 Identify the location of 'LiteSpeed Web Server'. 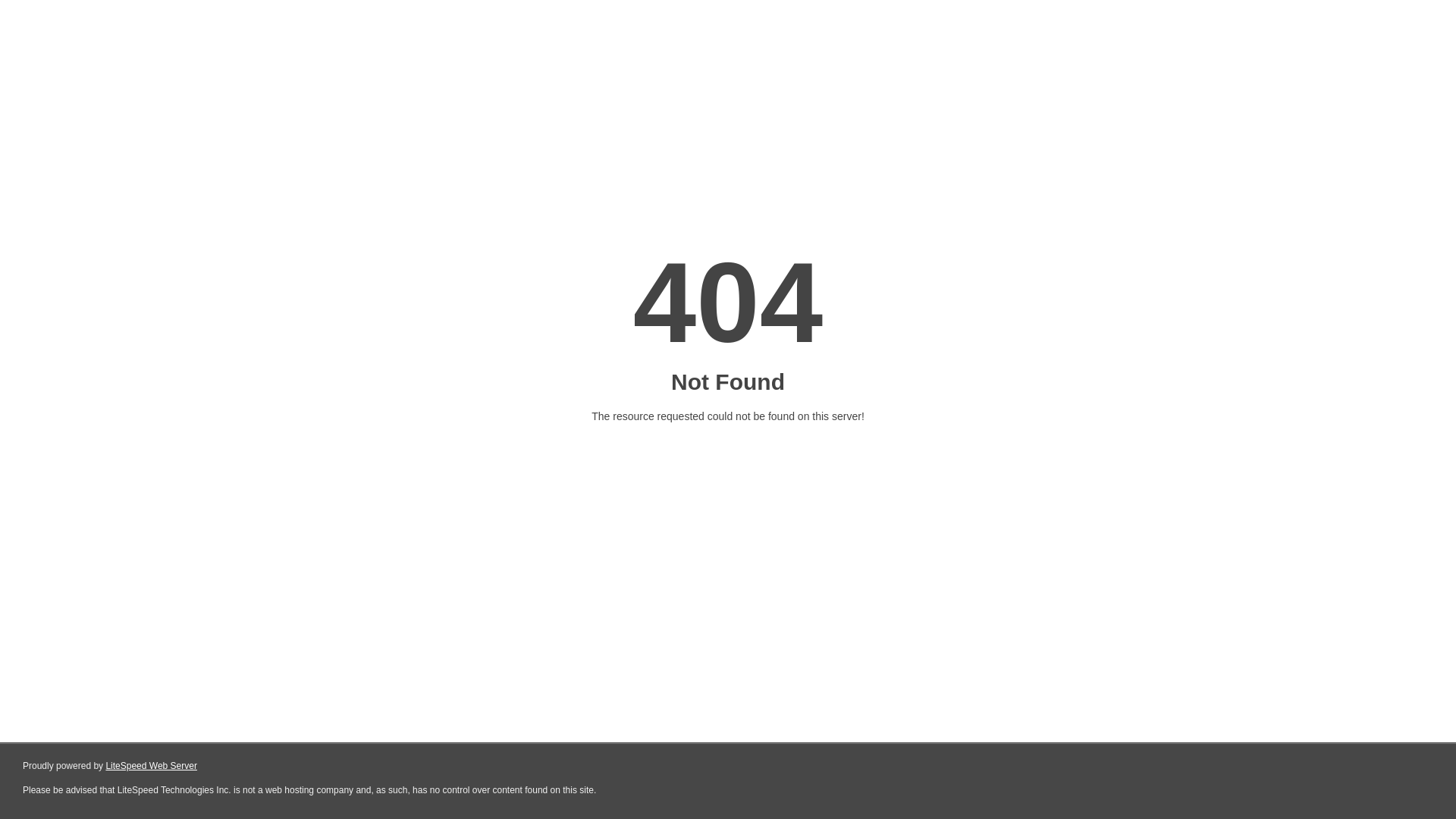
(151, 766).